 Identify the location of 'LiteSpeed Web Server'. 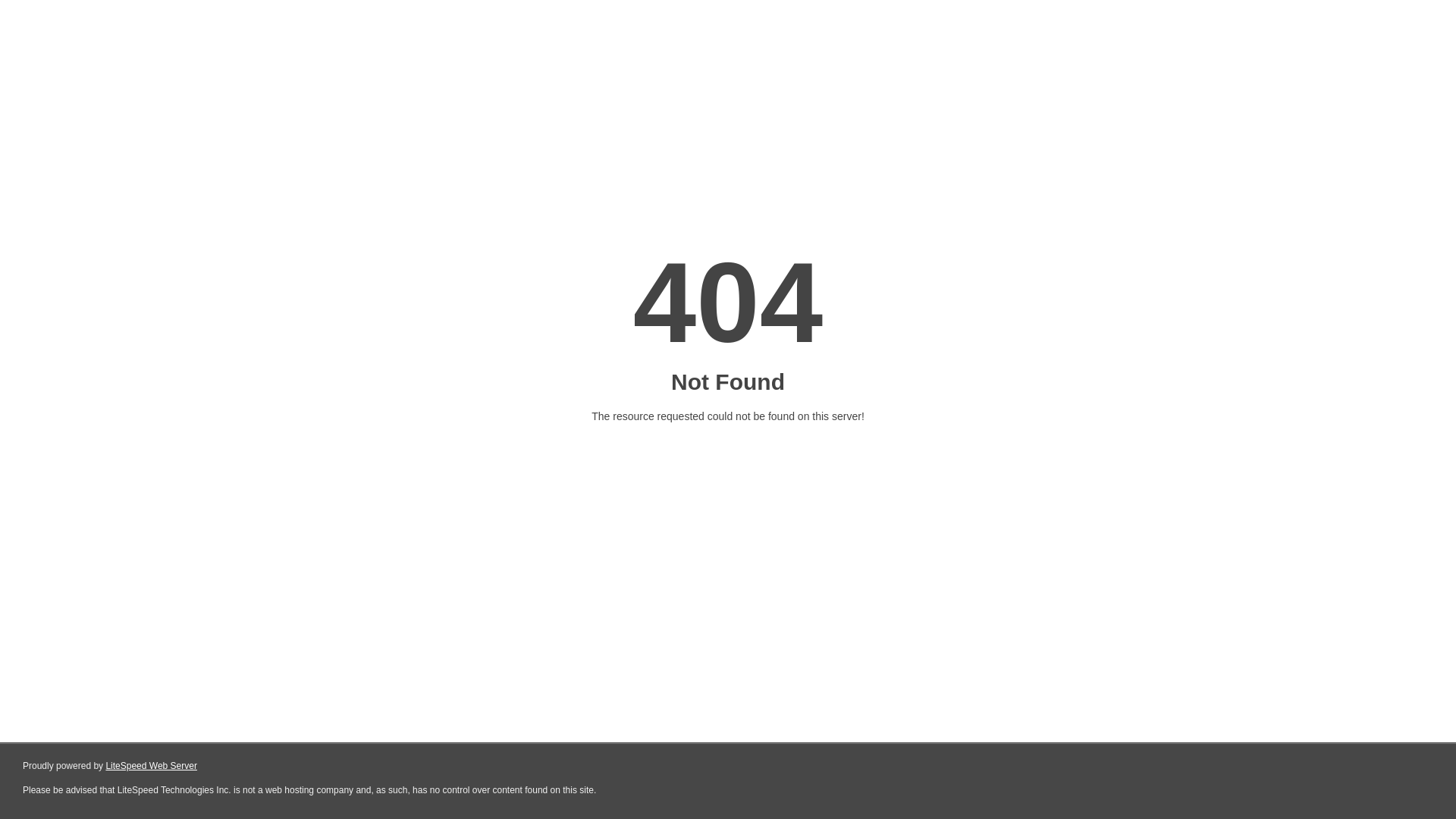
(151, 766).